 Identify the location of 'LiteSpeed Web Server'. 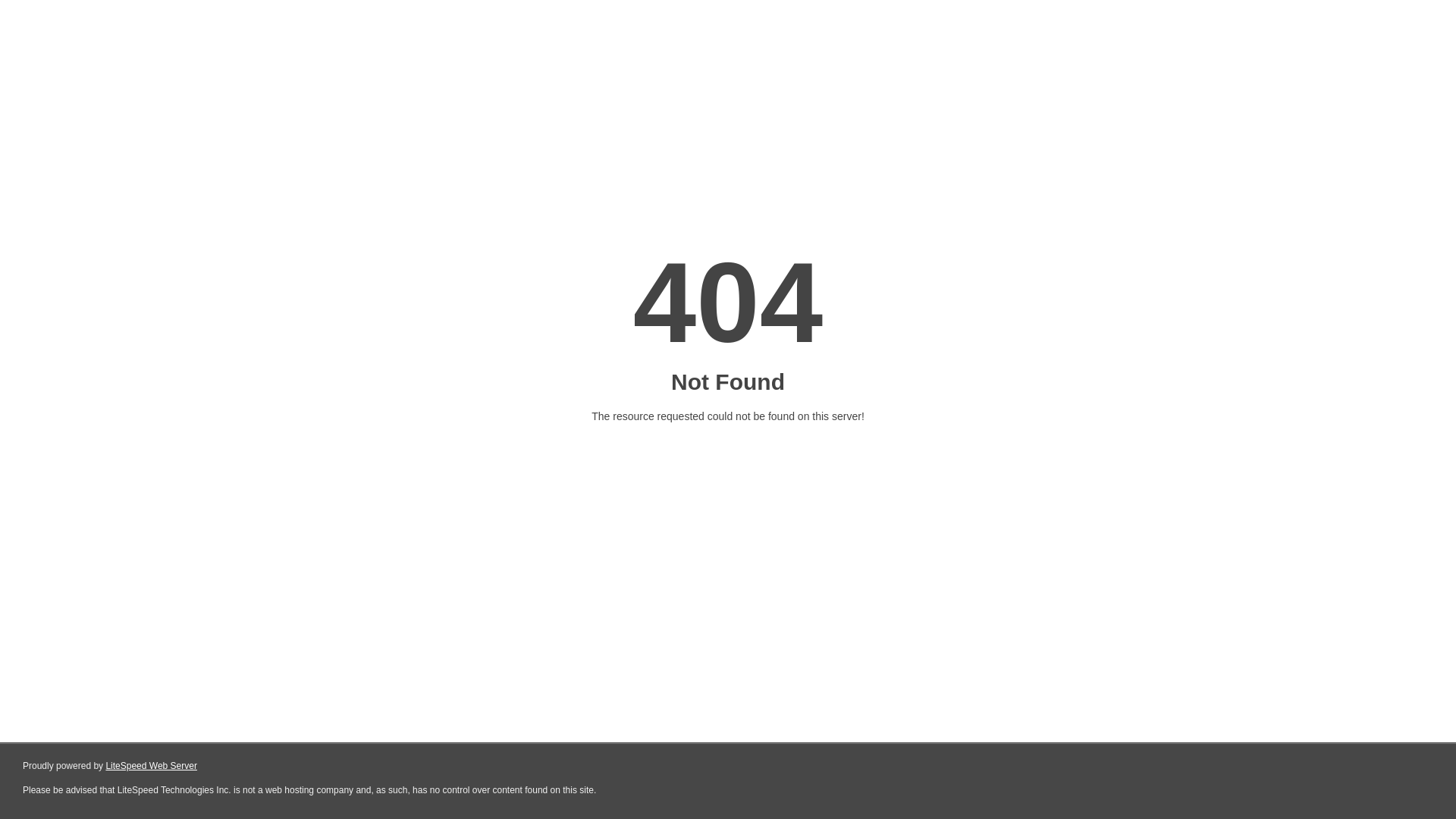
(151, 766).